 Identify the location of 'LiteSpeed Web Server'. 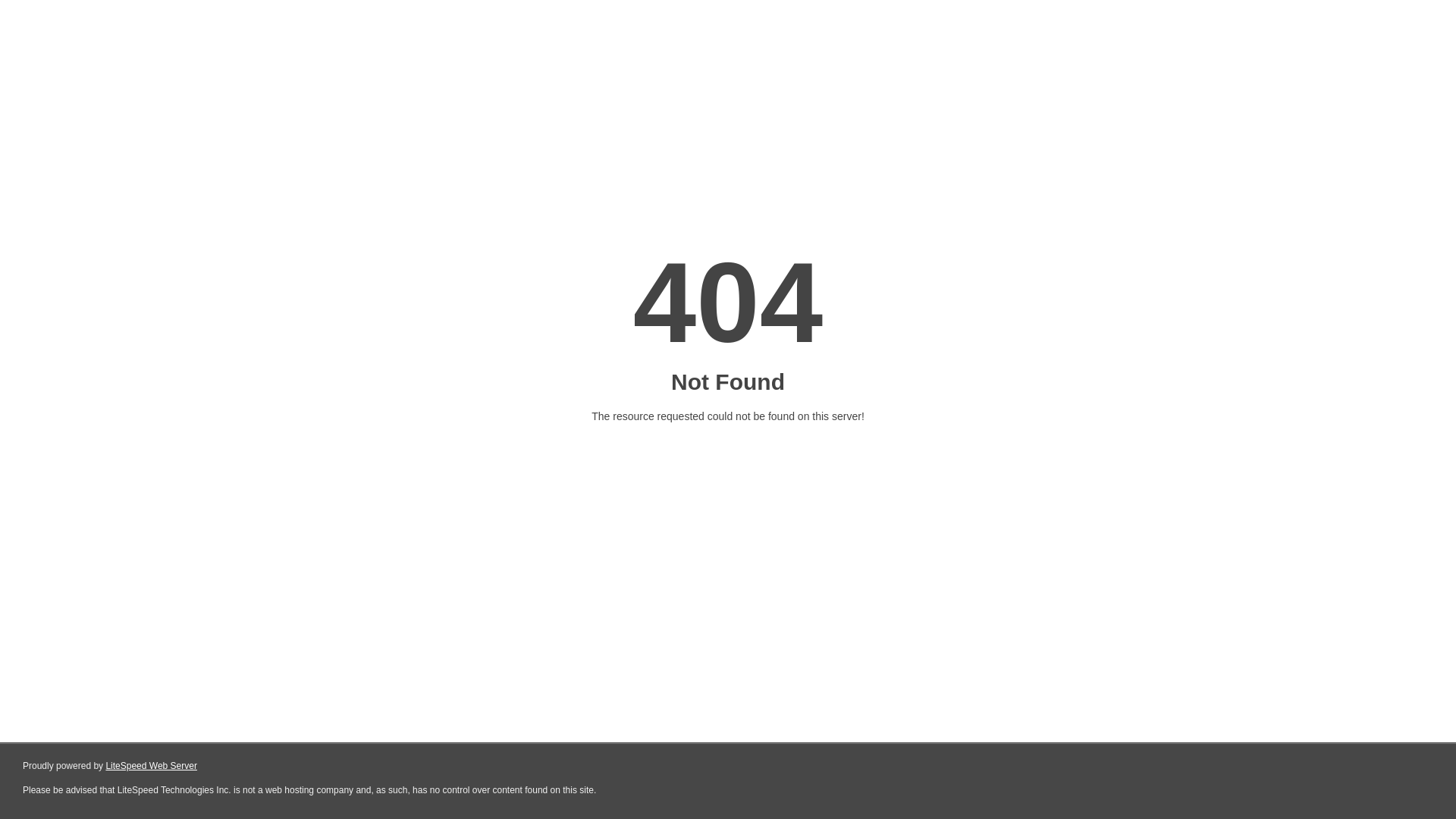
(151, 766).